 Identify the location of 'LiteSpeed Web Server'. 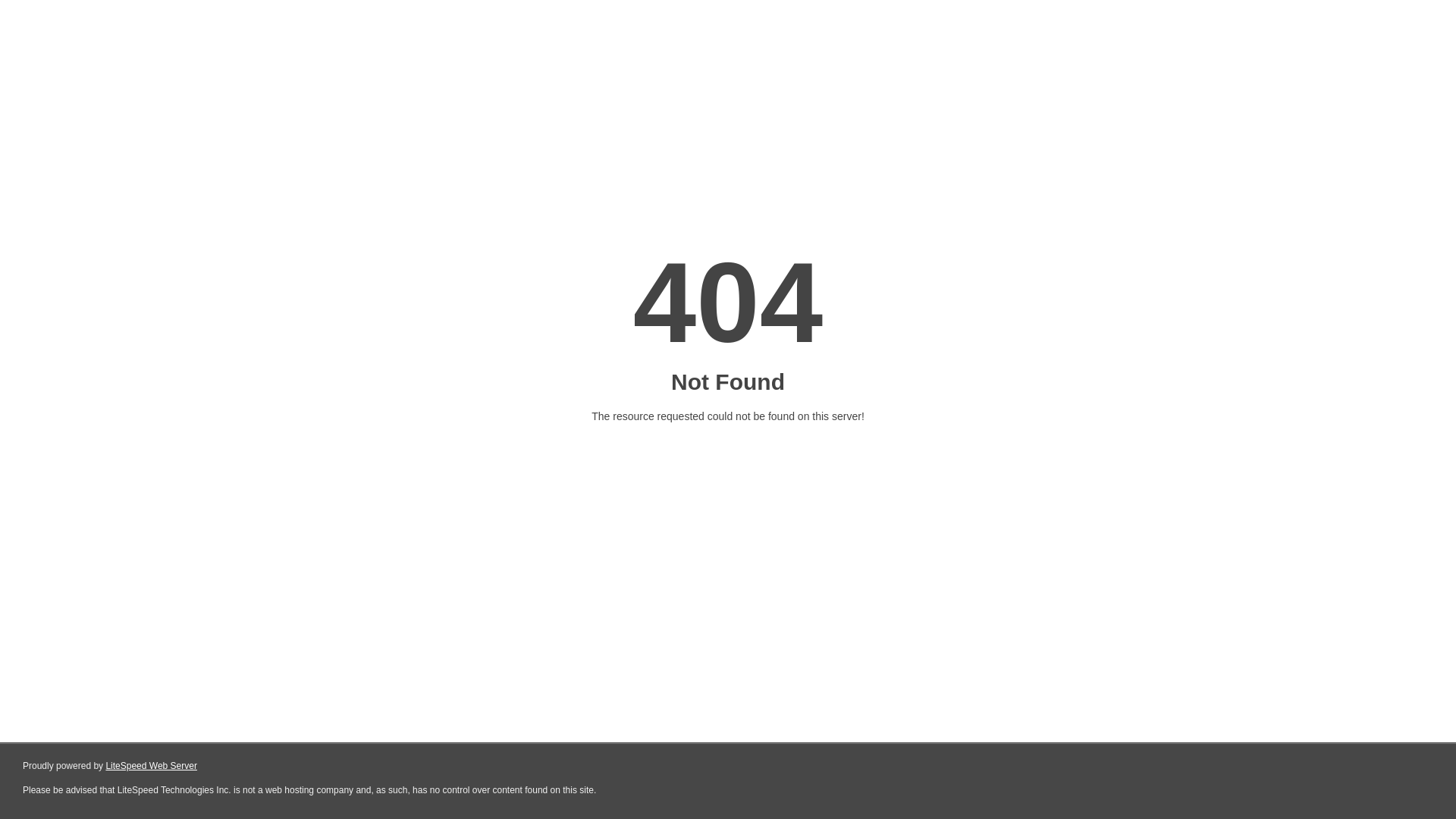
(151, 766).